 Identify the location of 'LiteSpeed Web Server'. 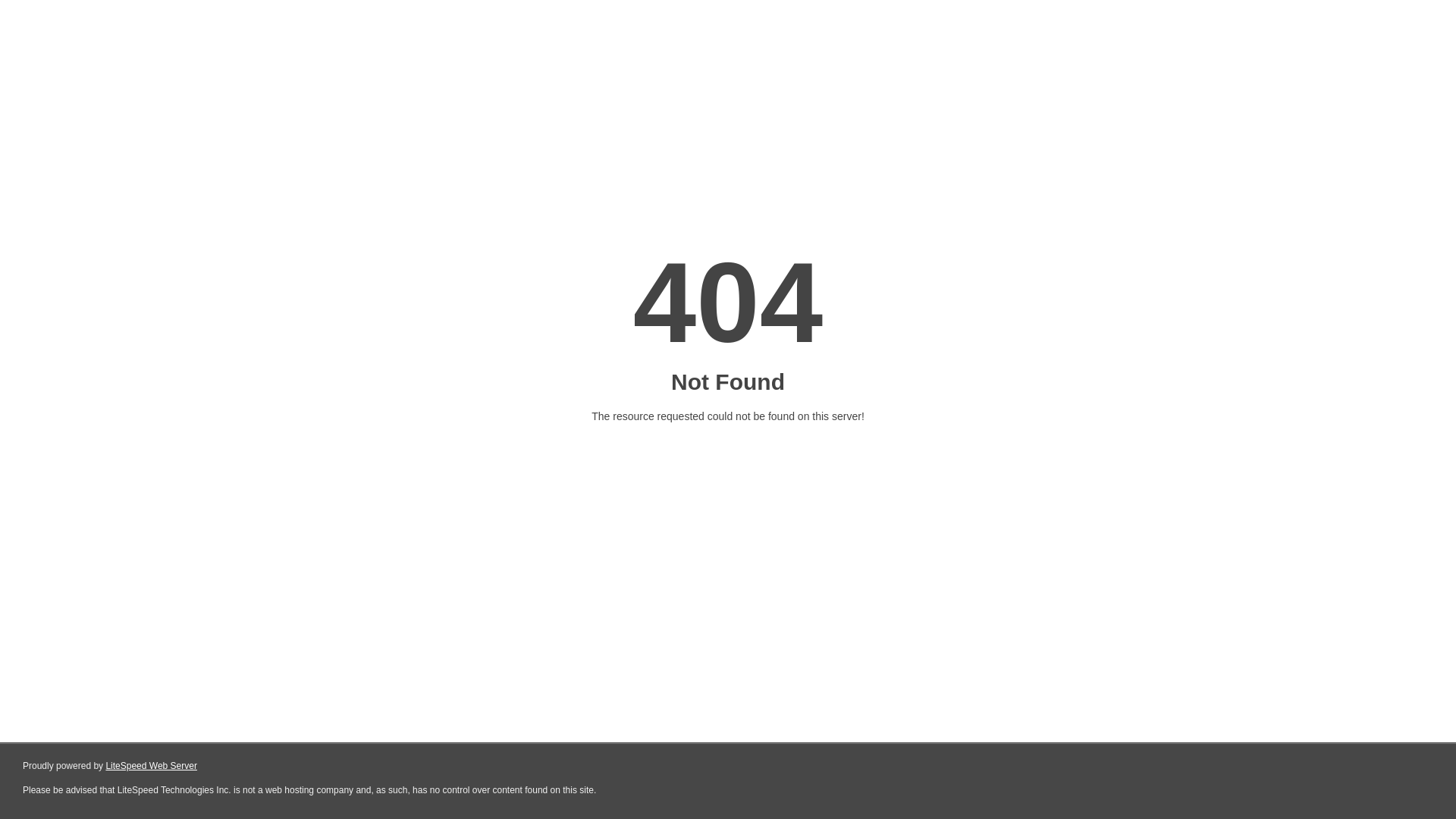
(151, 766).